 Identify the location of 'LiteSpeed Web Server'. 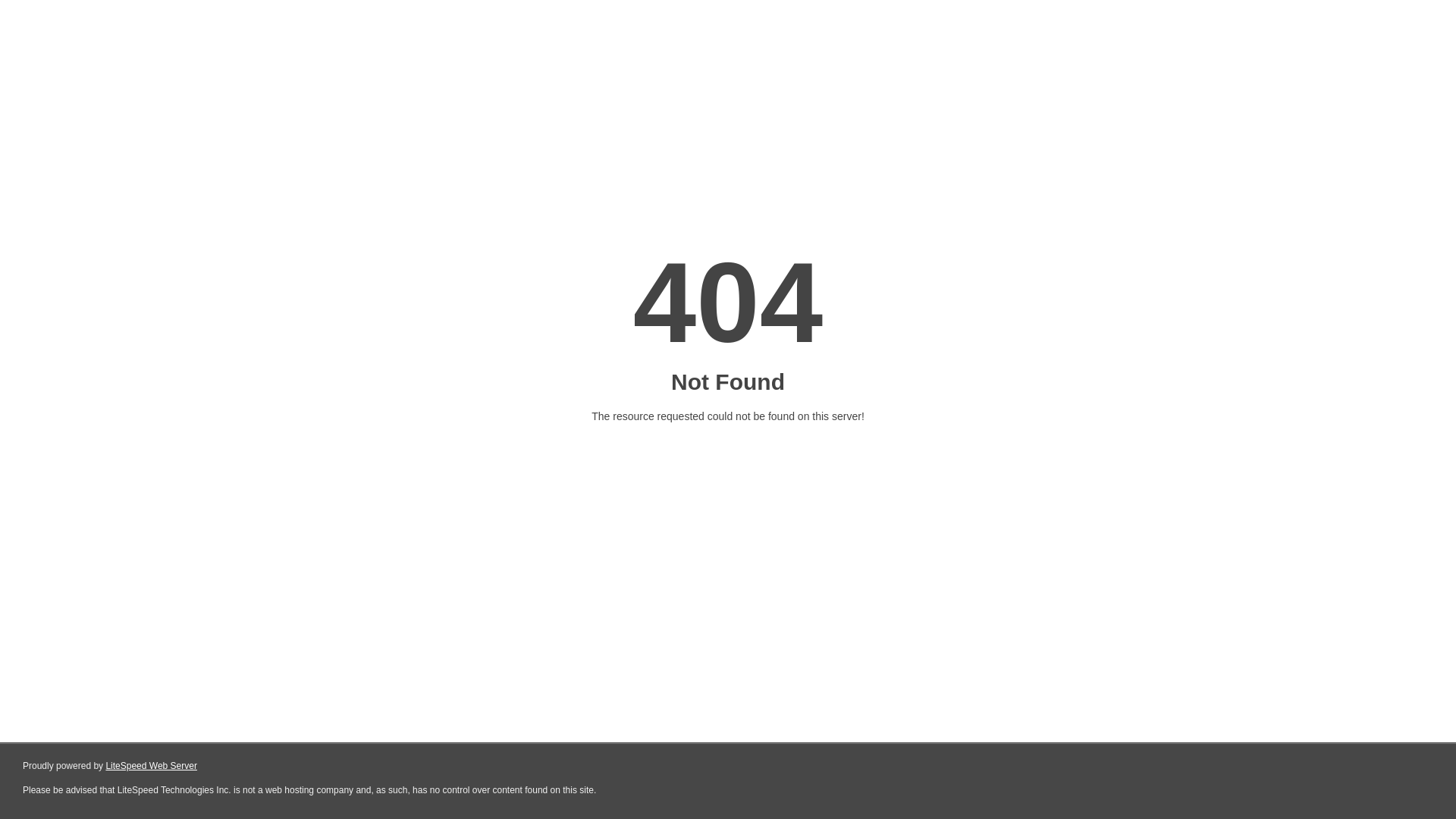
(151, 766).